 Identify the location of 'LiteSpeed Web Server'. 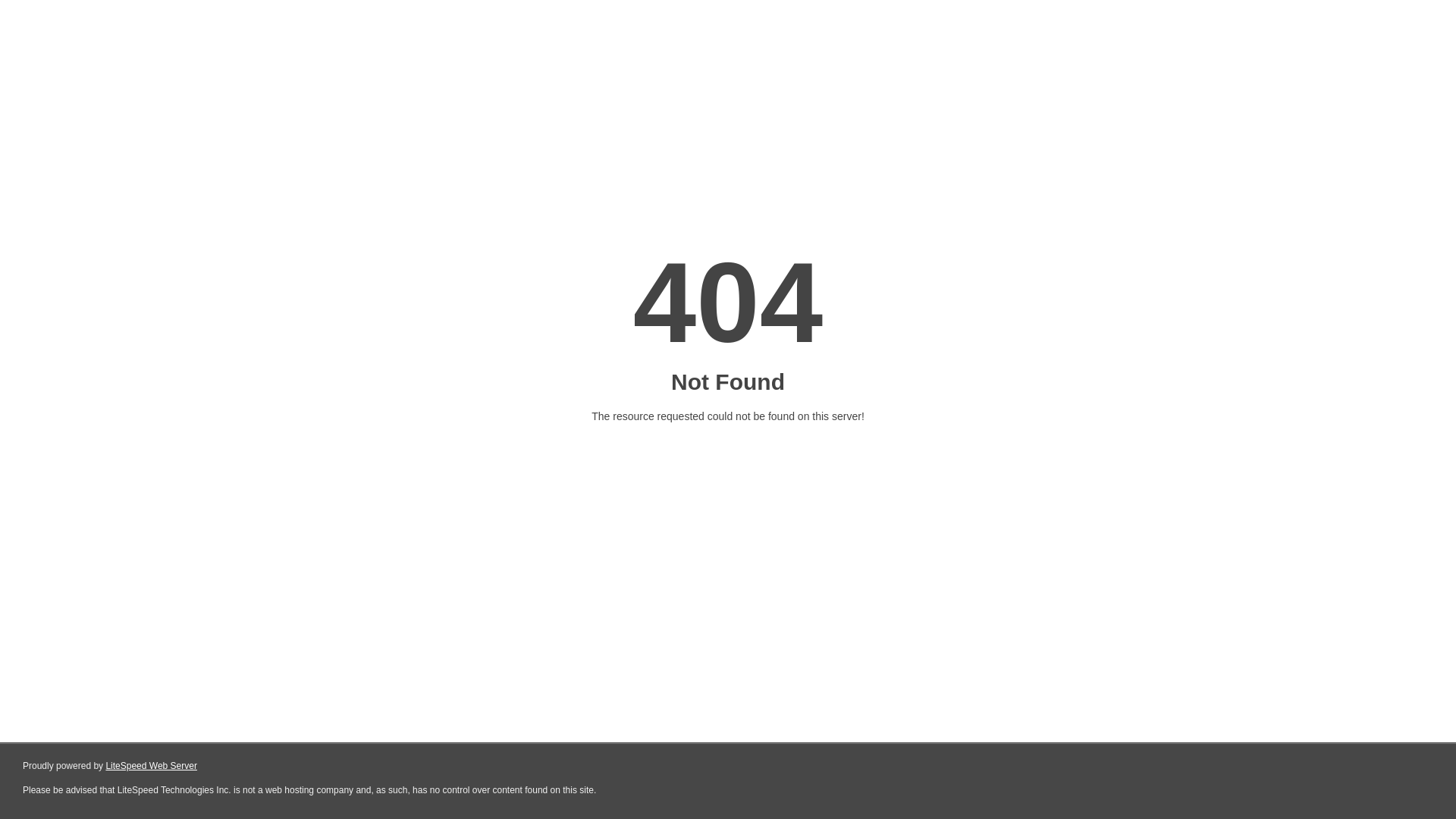
(151, 766).